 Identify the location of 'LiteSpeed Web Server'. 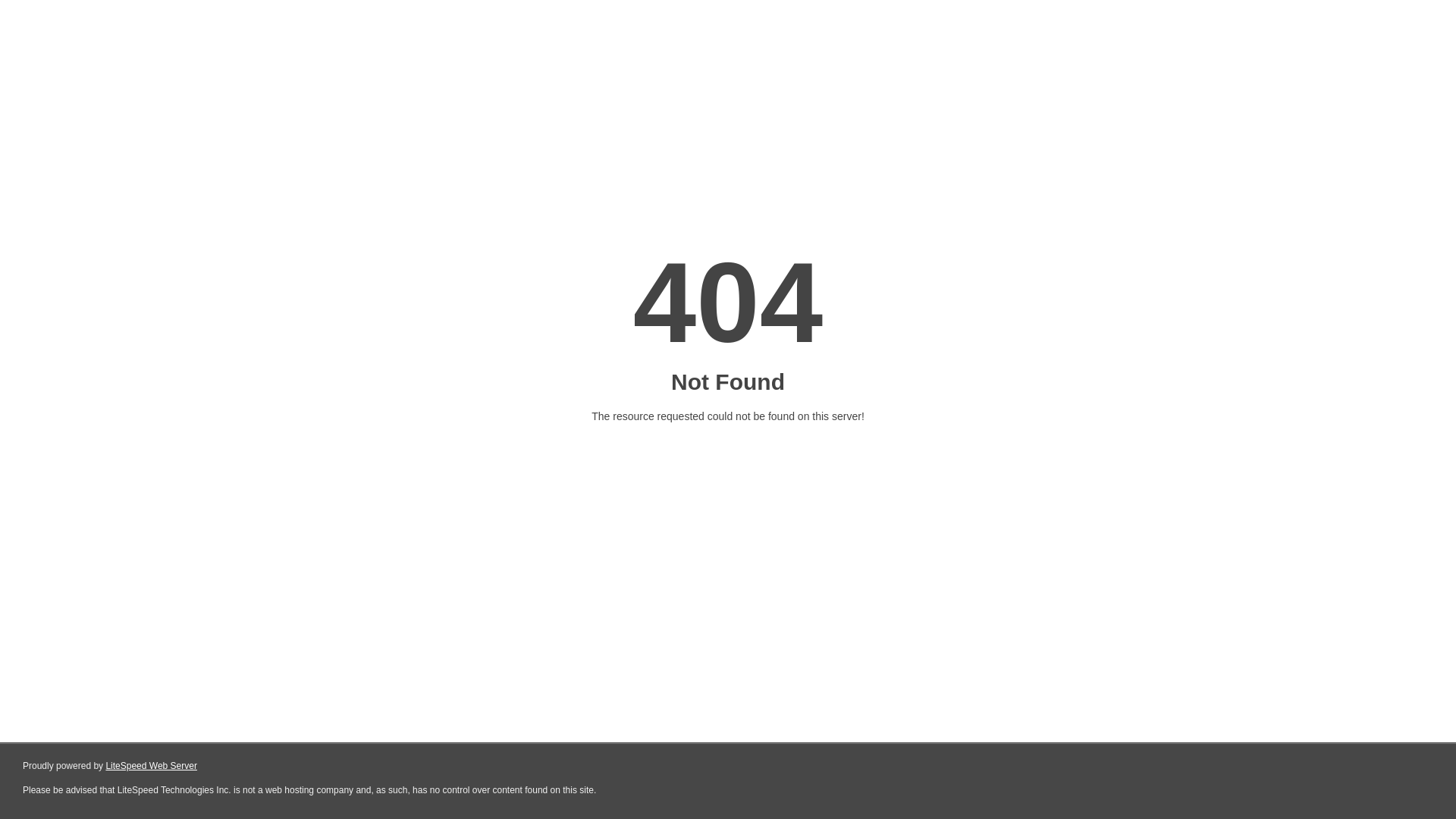
(151, 766).